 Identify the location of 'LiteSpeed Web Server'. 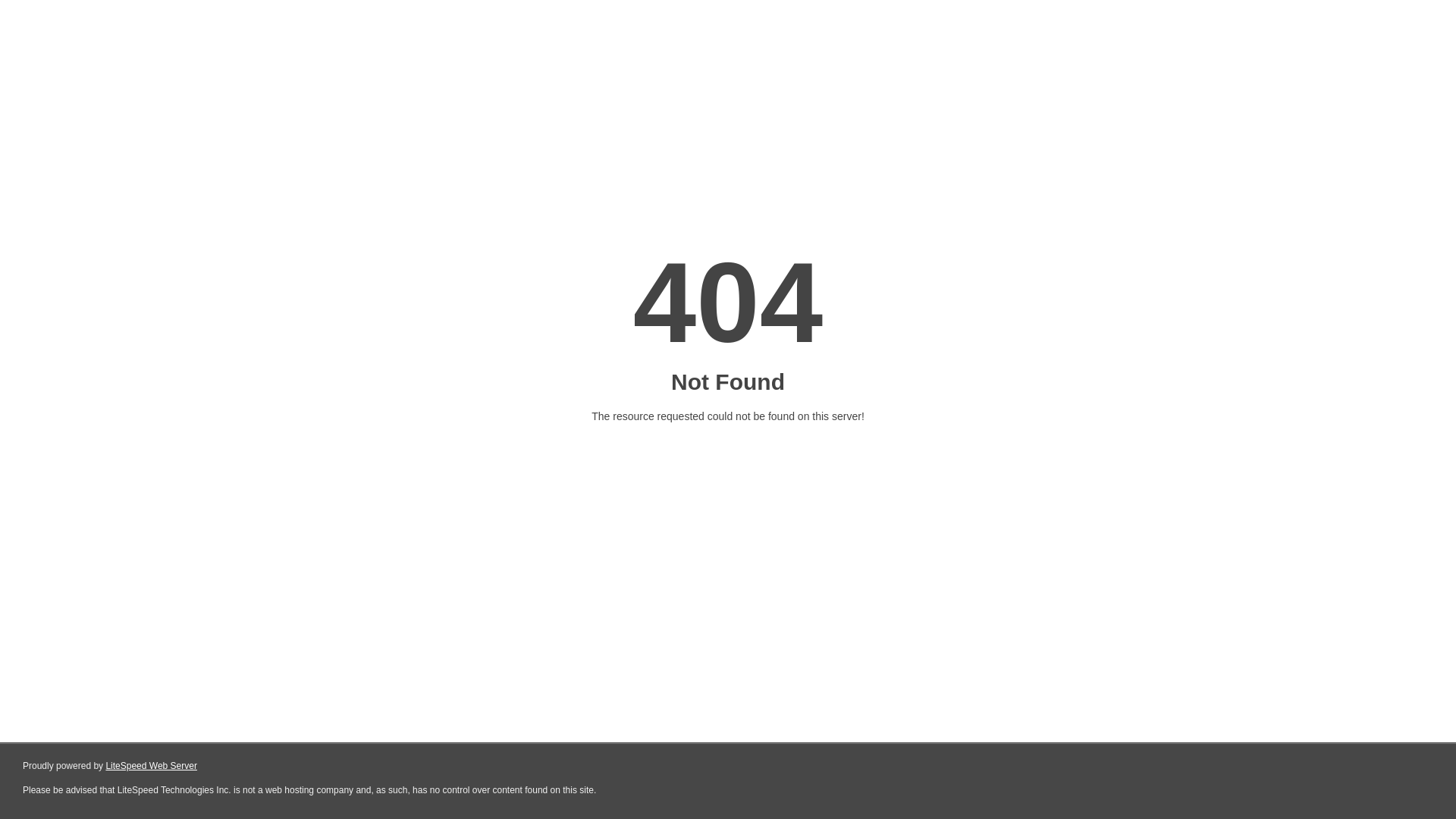
(151, 766).